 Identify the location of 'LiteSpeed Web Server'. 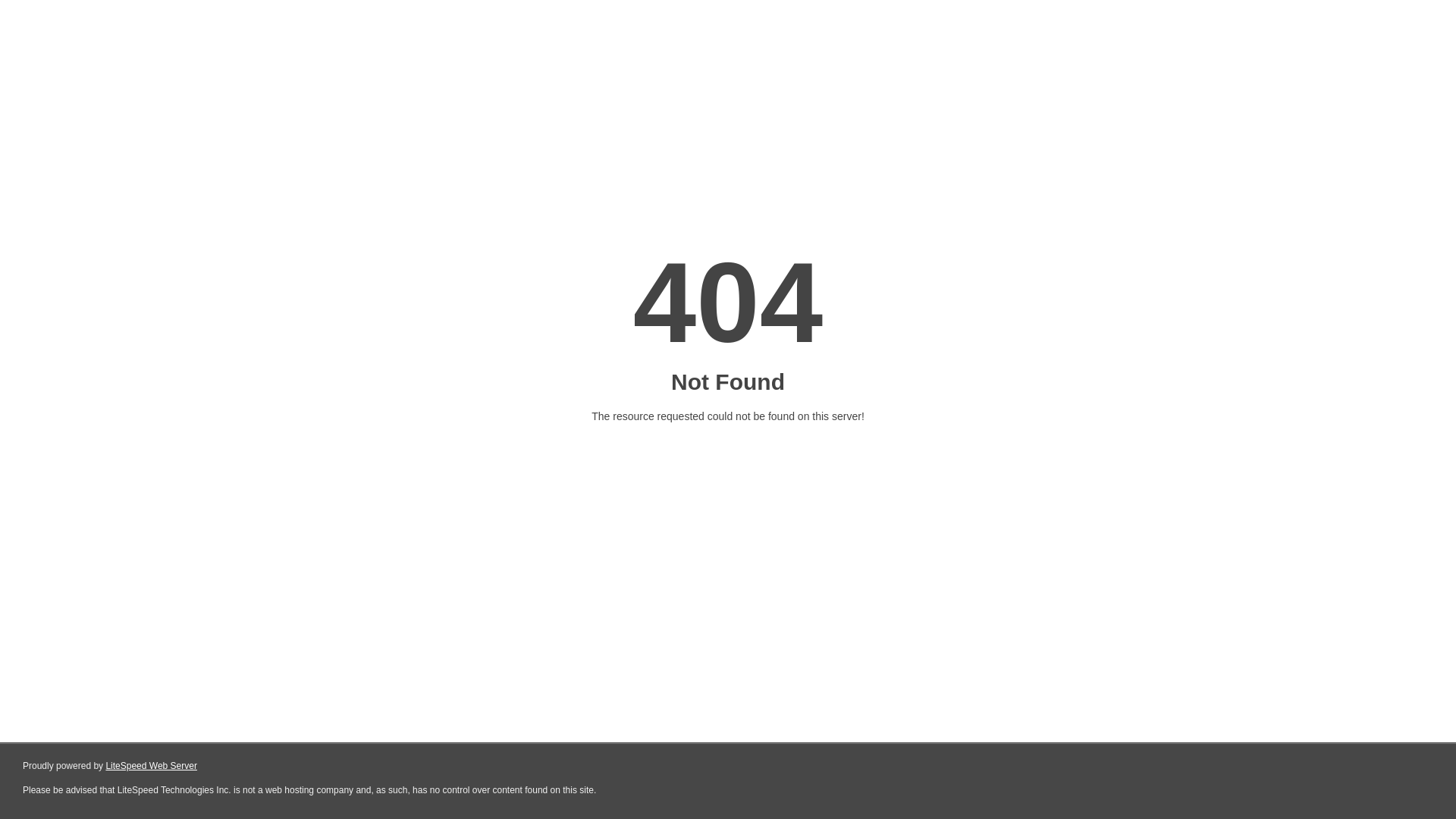
(151, 766).